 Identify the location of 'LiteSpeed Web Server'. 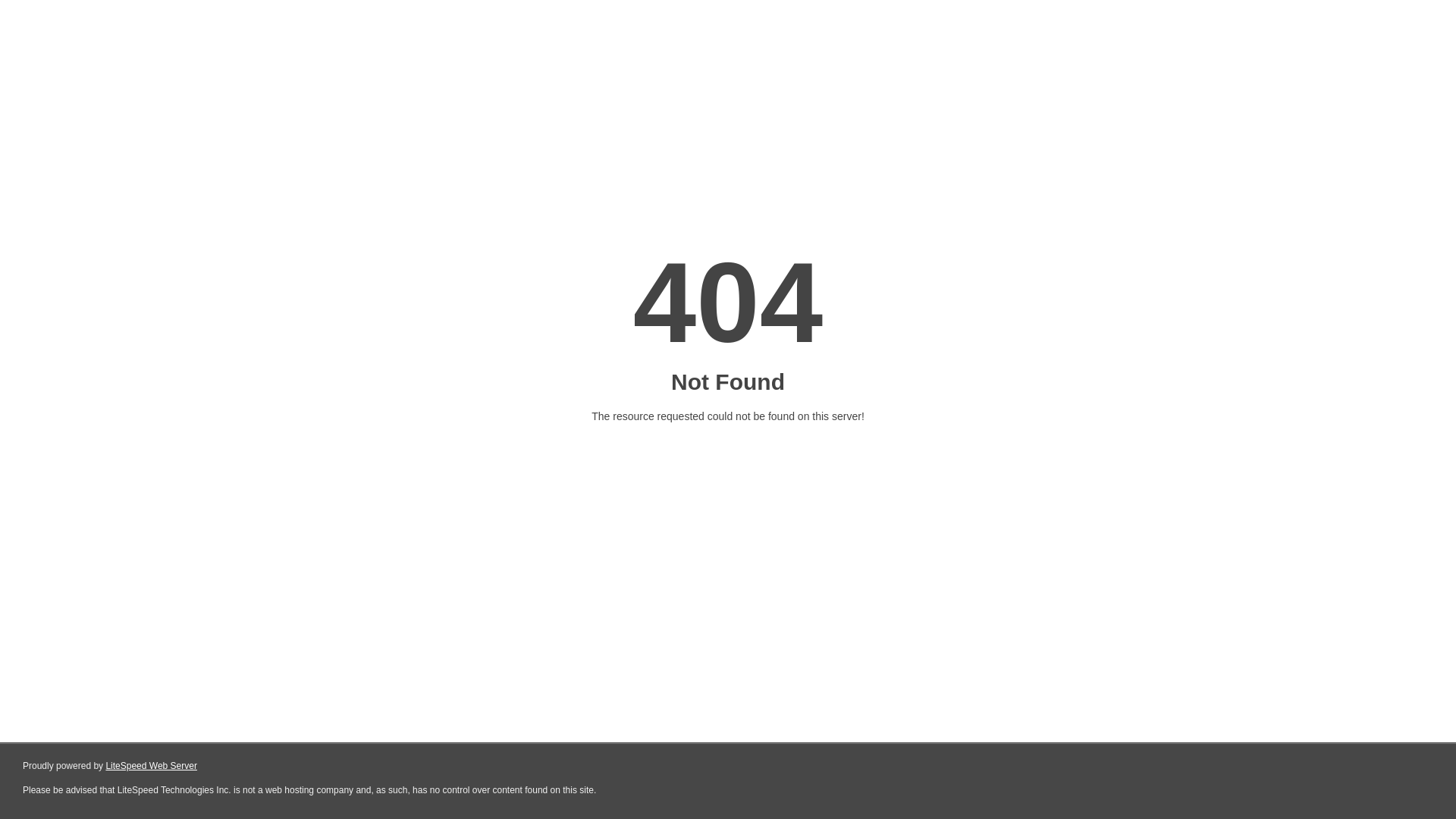
(151, 766).